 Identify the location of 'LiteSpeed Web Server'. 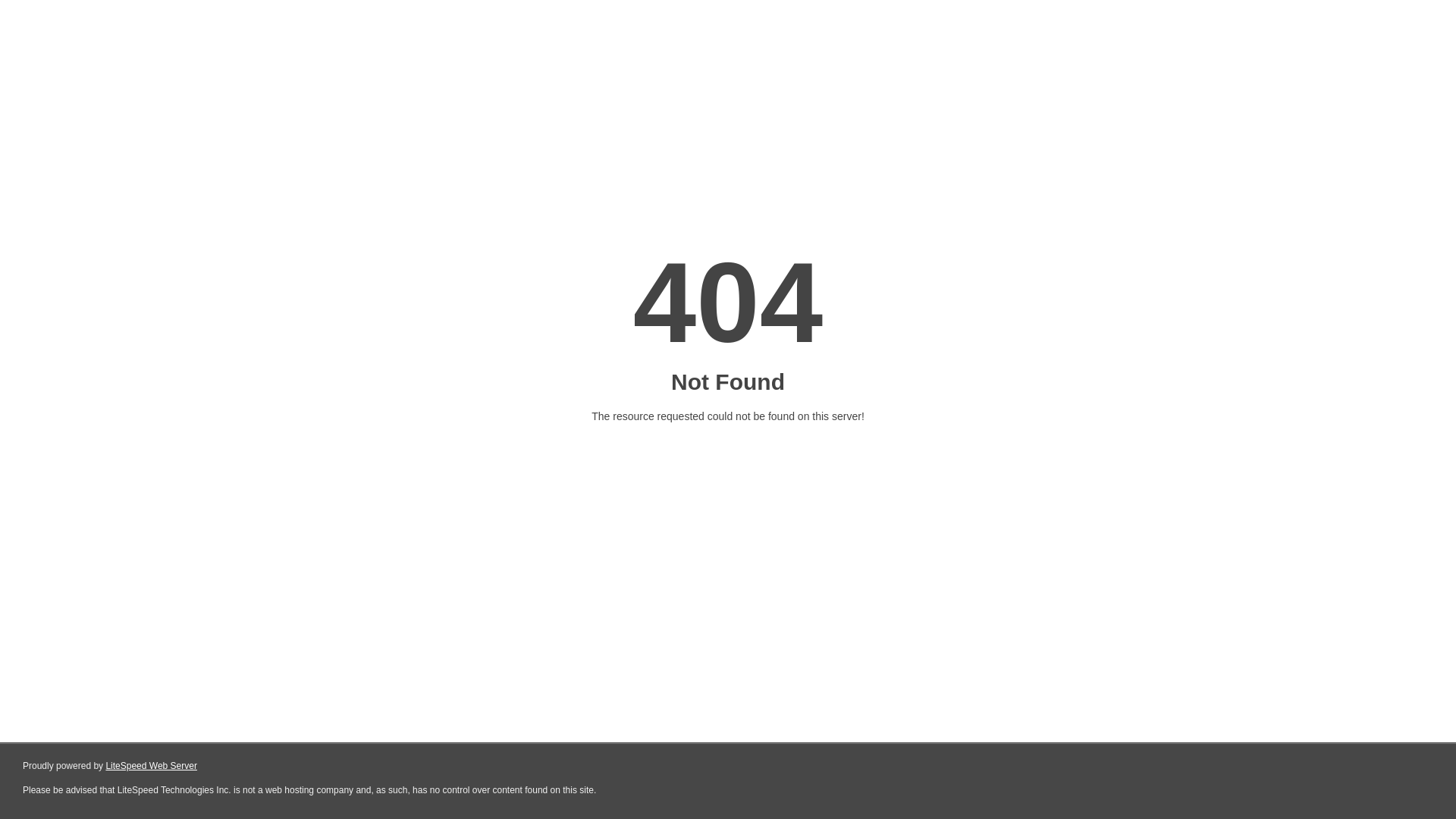
(151, 766).